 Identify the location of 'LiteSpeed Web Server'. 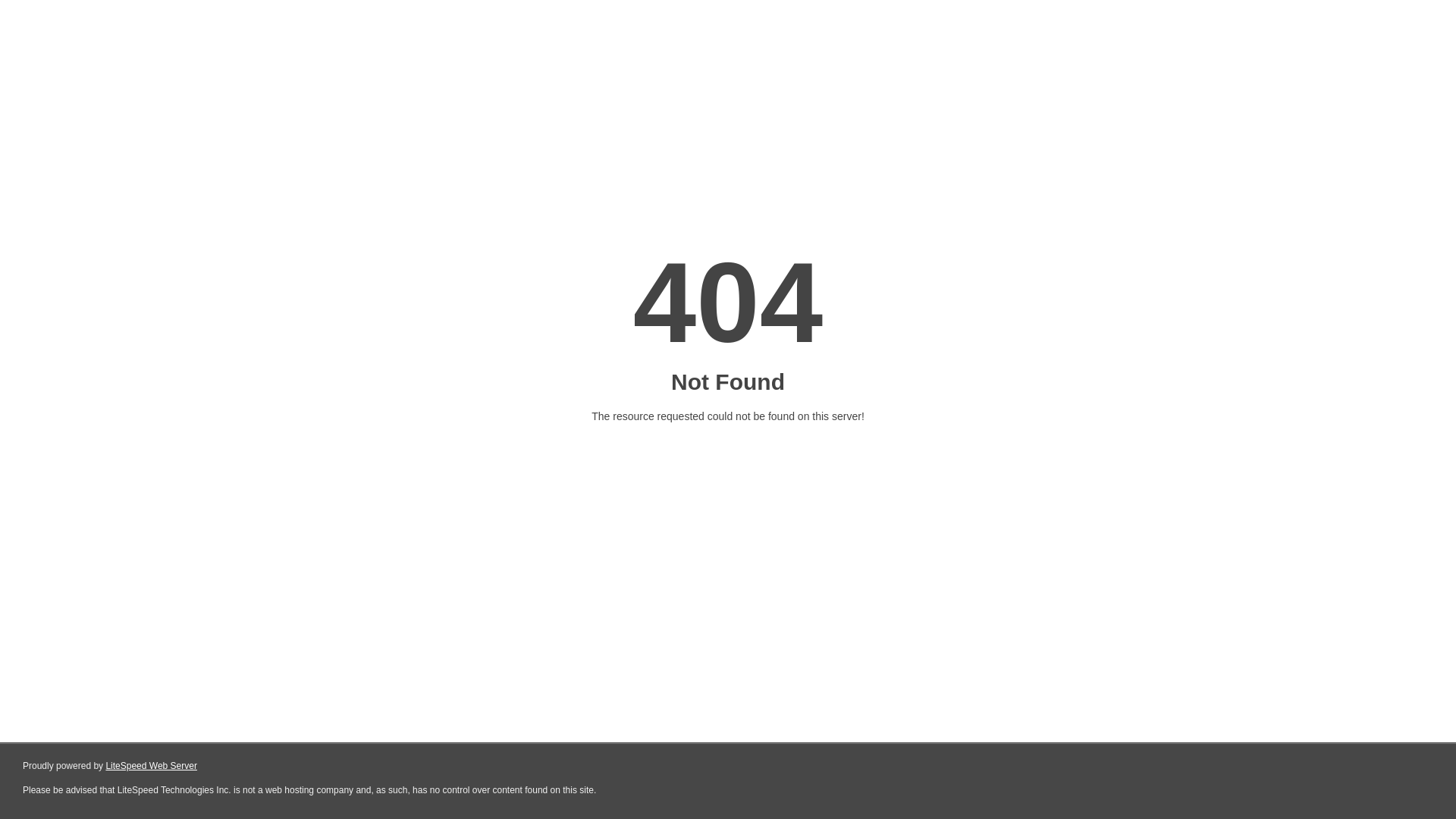
(151, 766).